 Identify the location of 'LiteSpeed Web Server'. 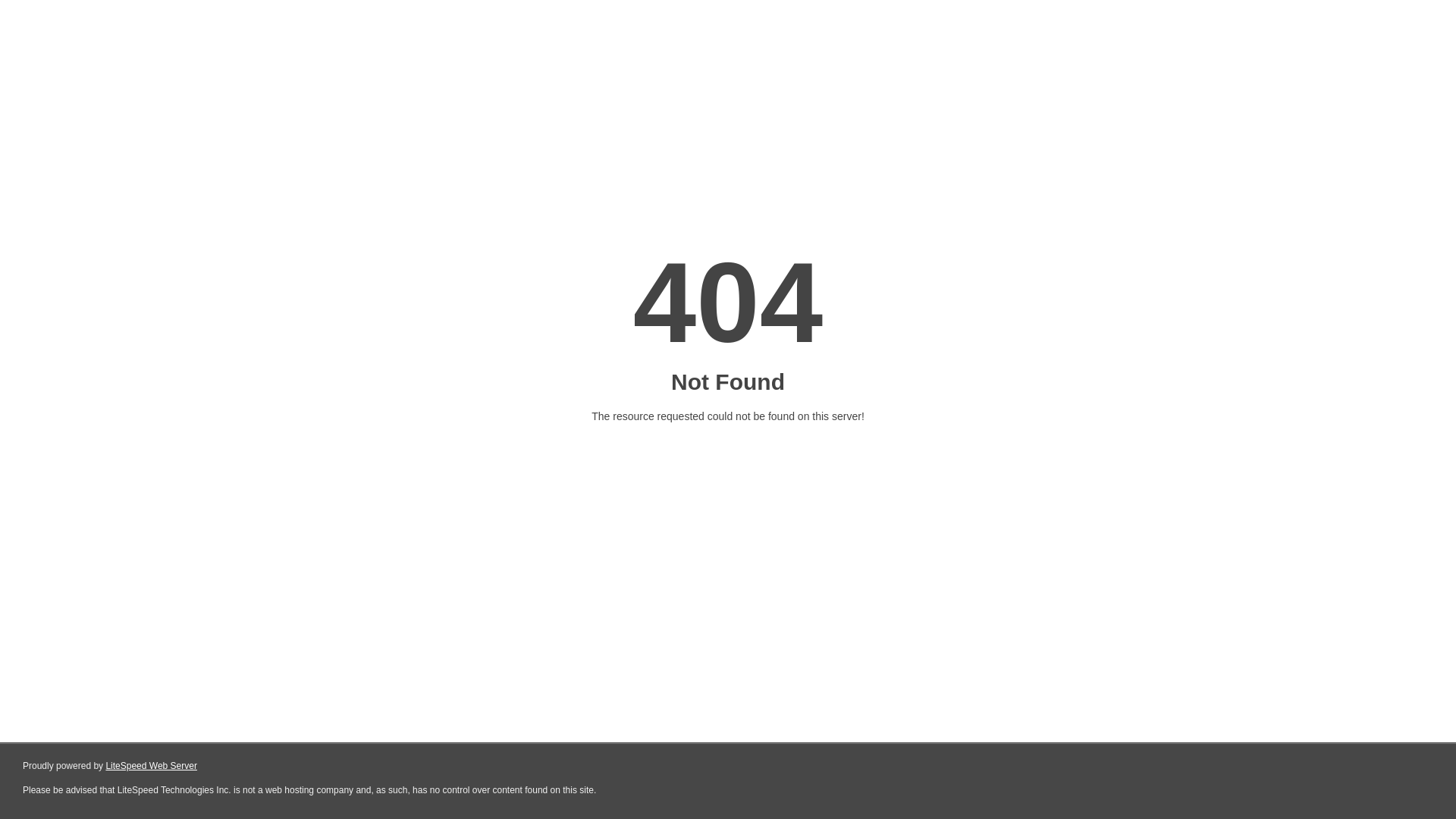
(151, 766).